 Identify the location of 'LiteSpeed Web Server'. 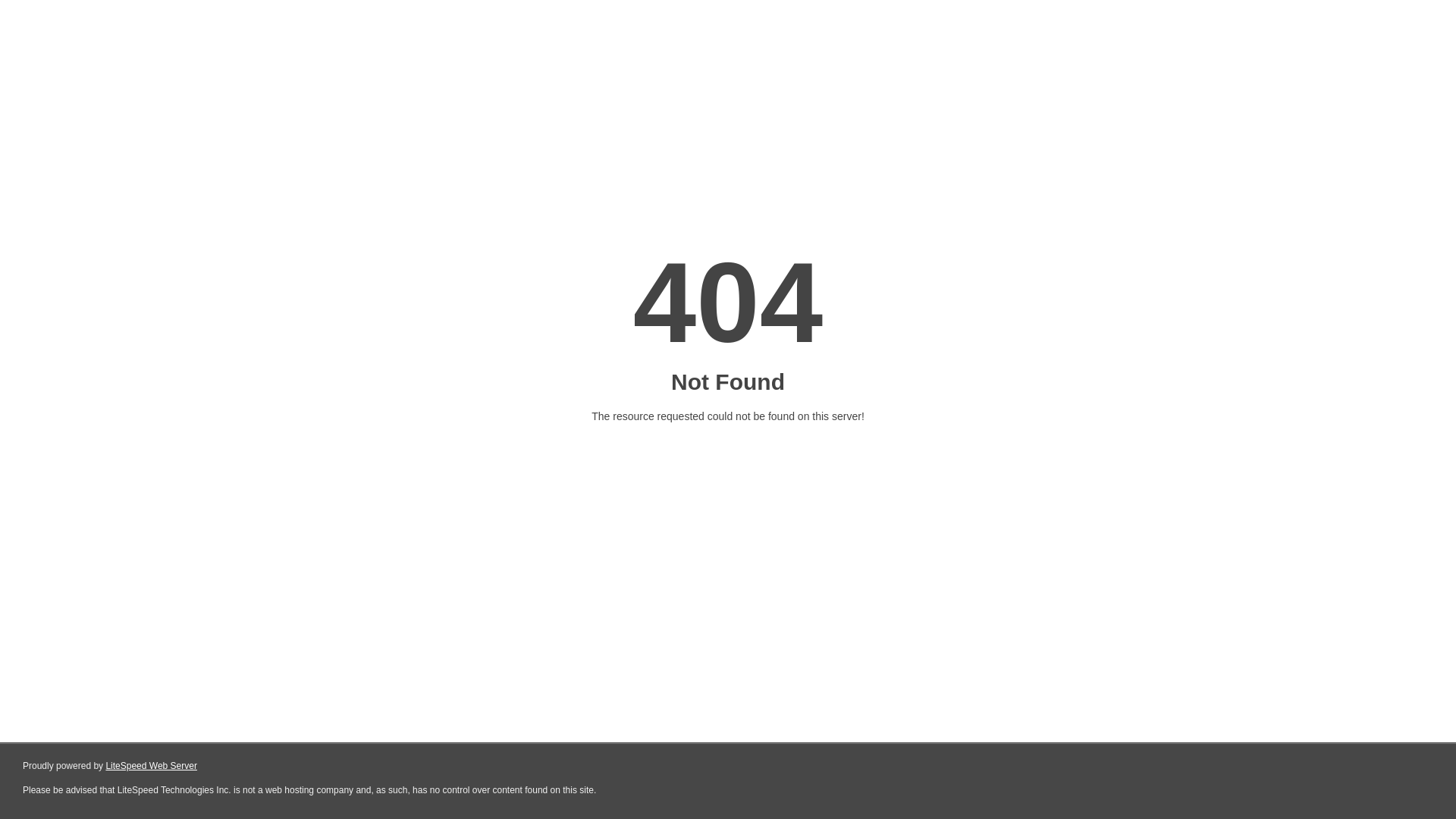
(151, 766).